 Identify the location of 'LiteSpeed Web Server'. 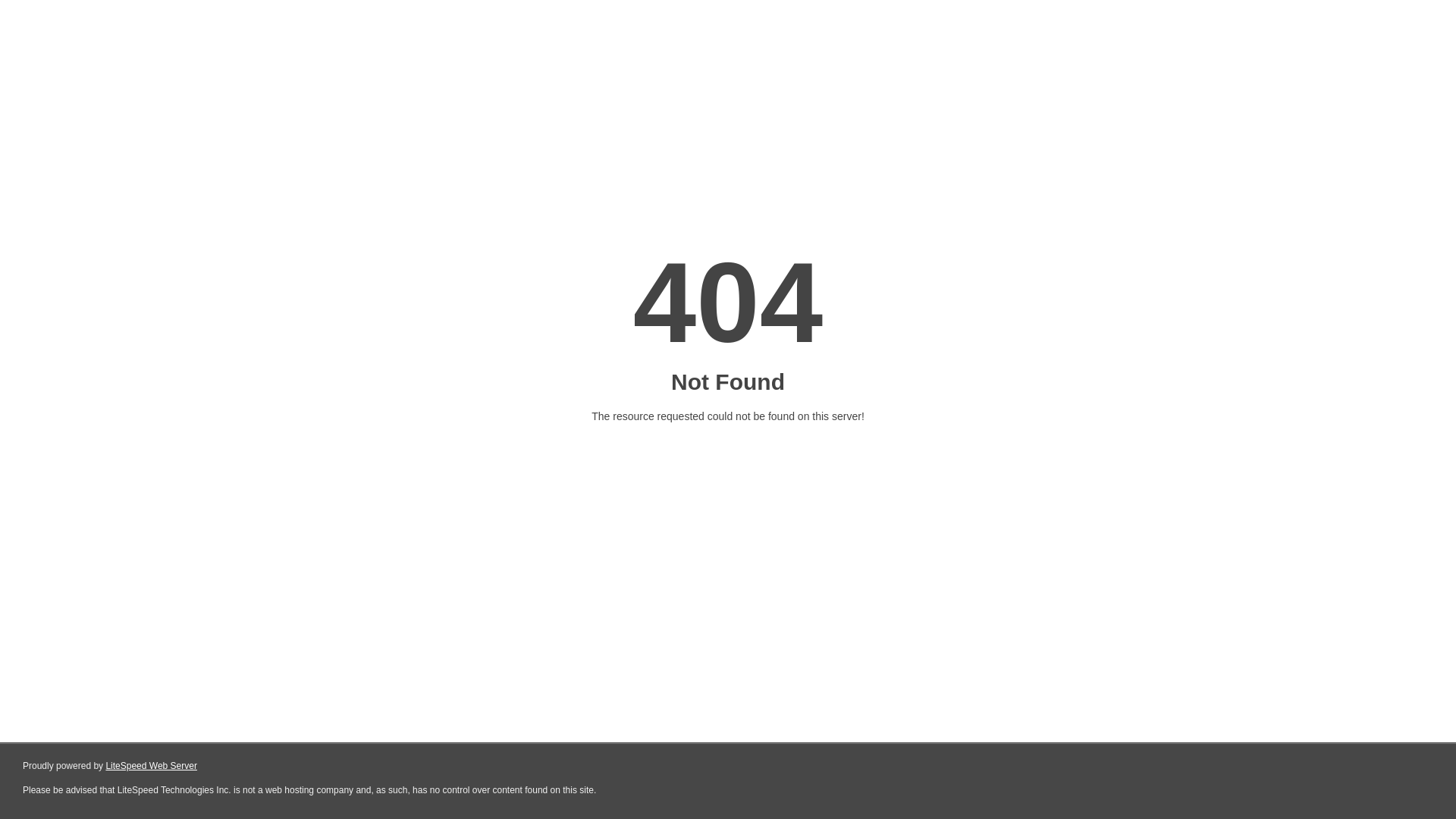
(151, 766).